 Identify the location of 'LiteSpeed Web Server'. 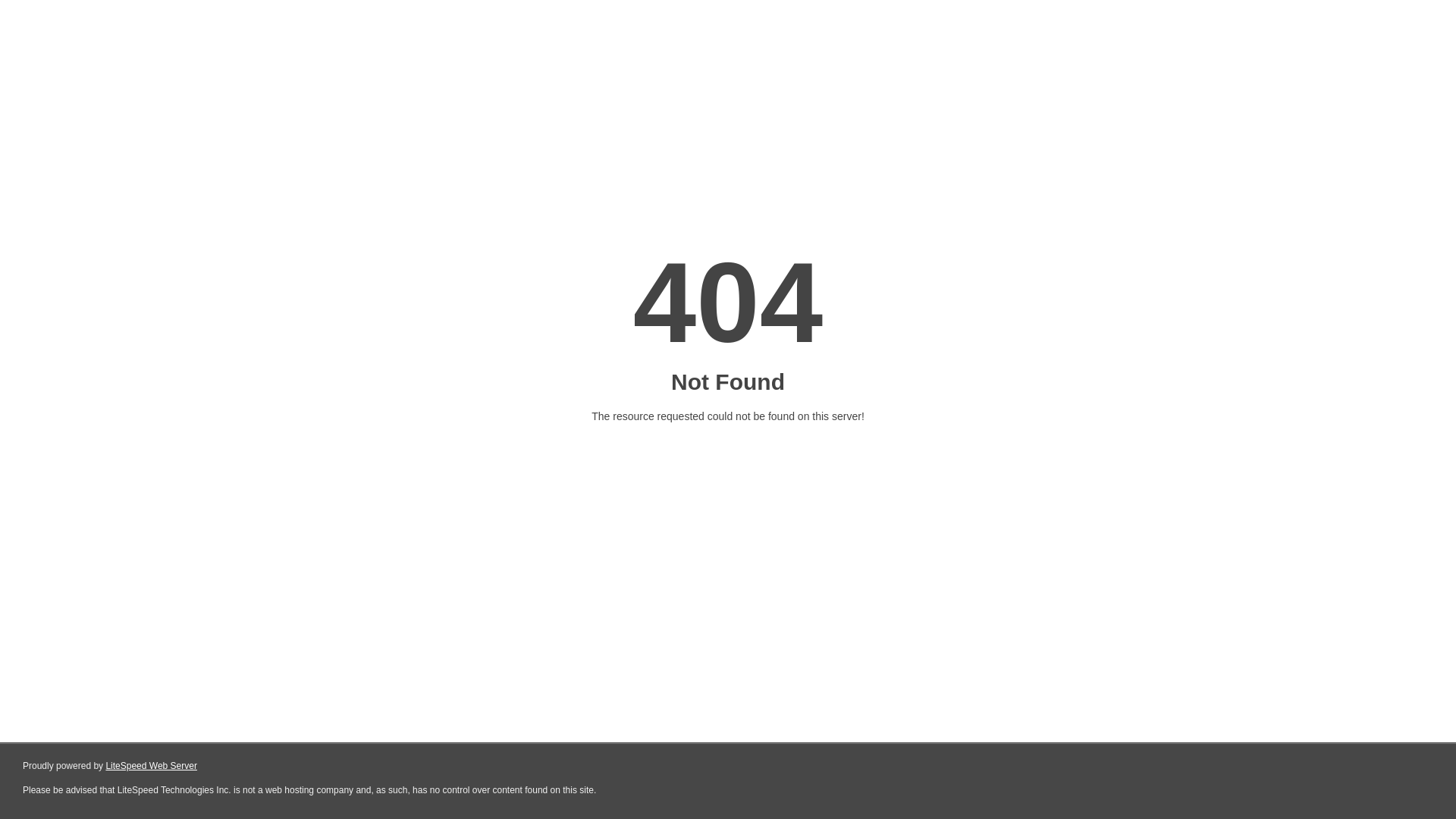
(151, 766).